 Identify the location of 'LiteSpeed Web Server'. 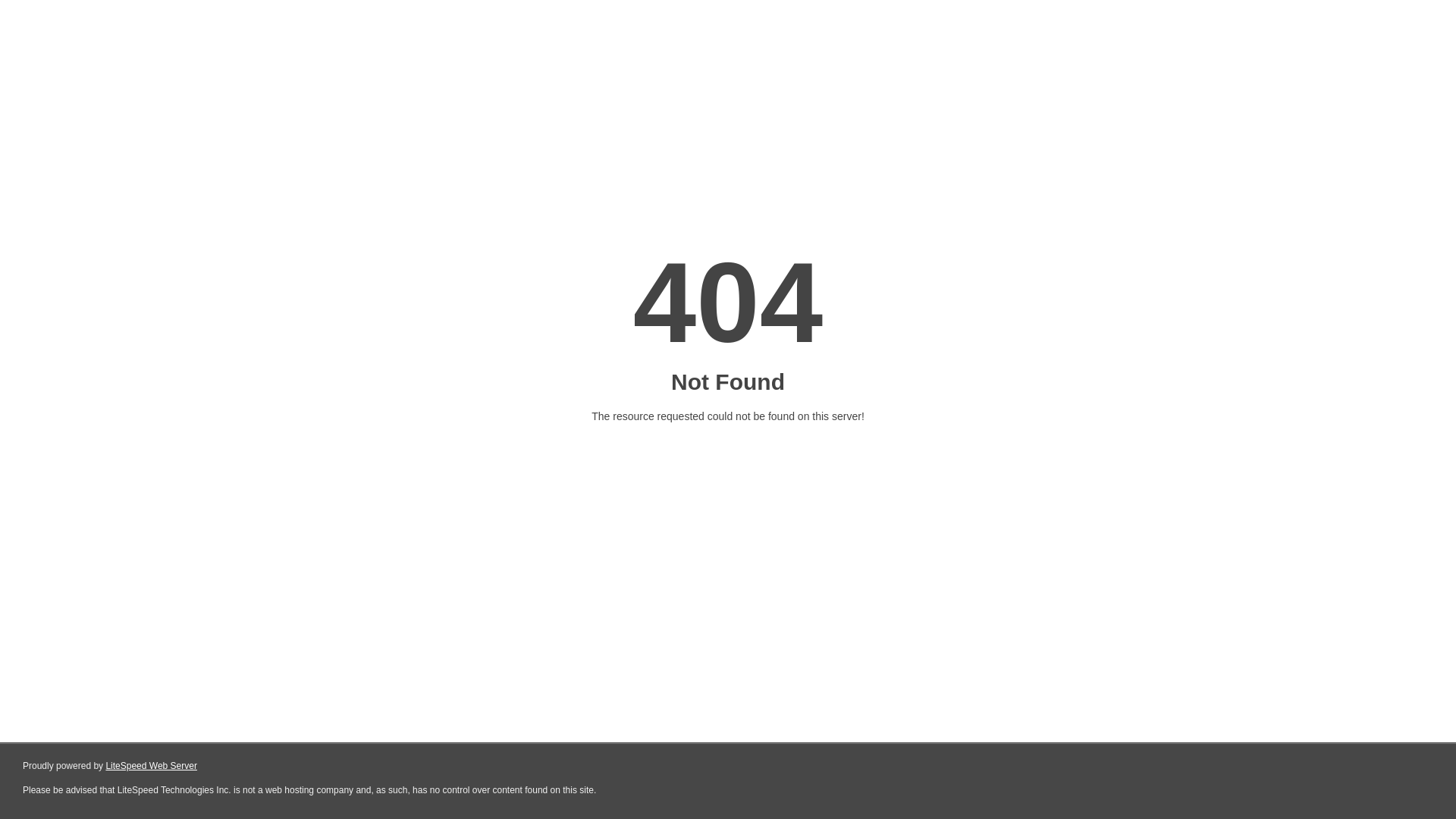
(151, 766).